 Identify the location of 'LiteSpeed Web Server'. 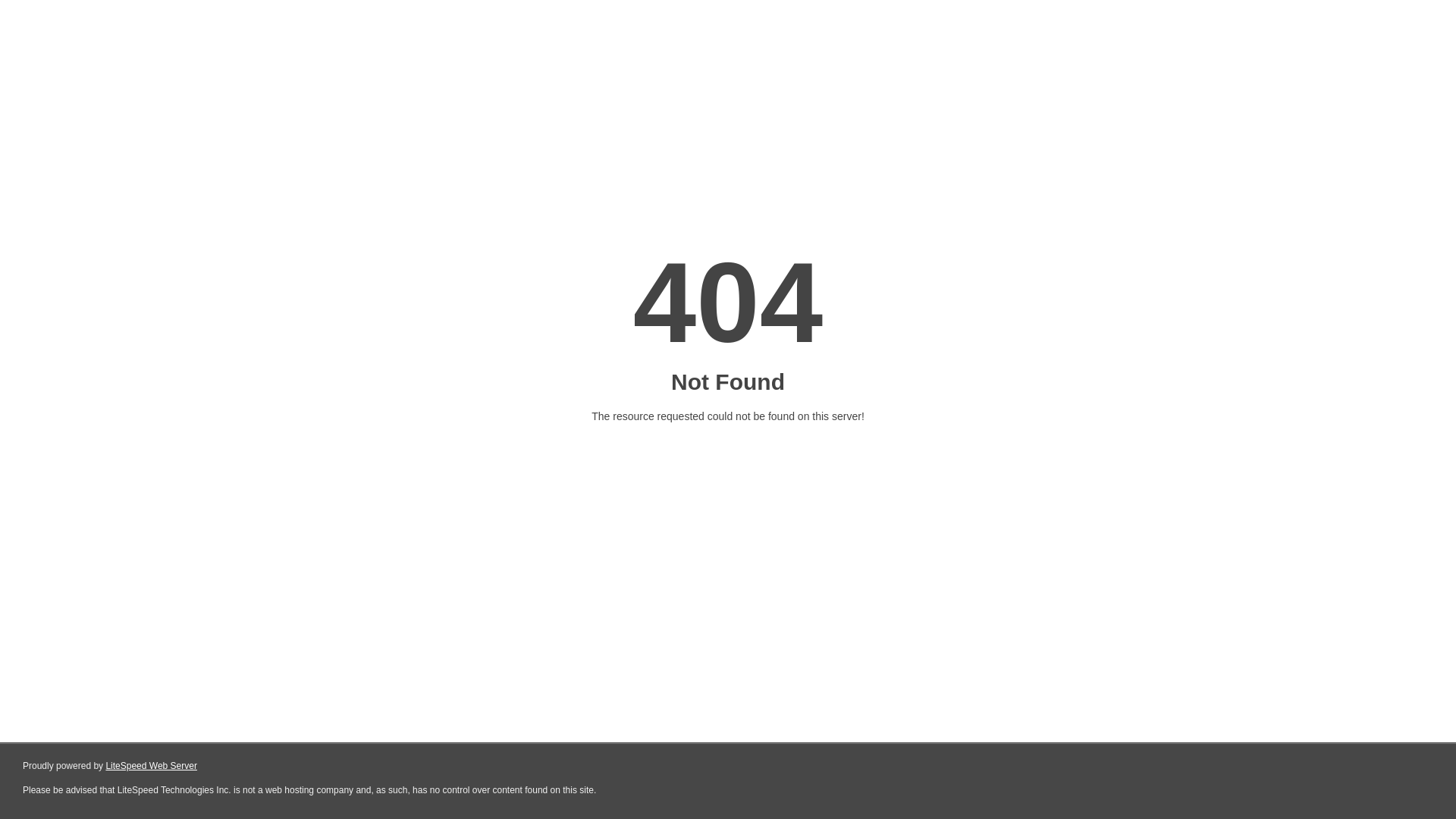
(151, 766).